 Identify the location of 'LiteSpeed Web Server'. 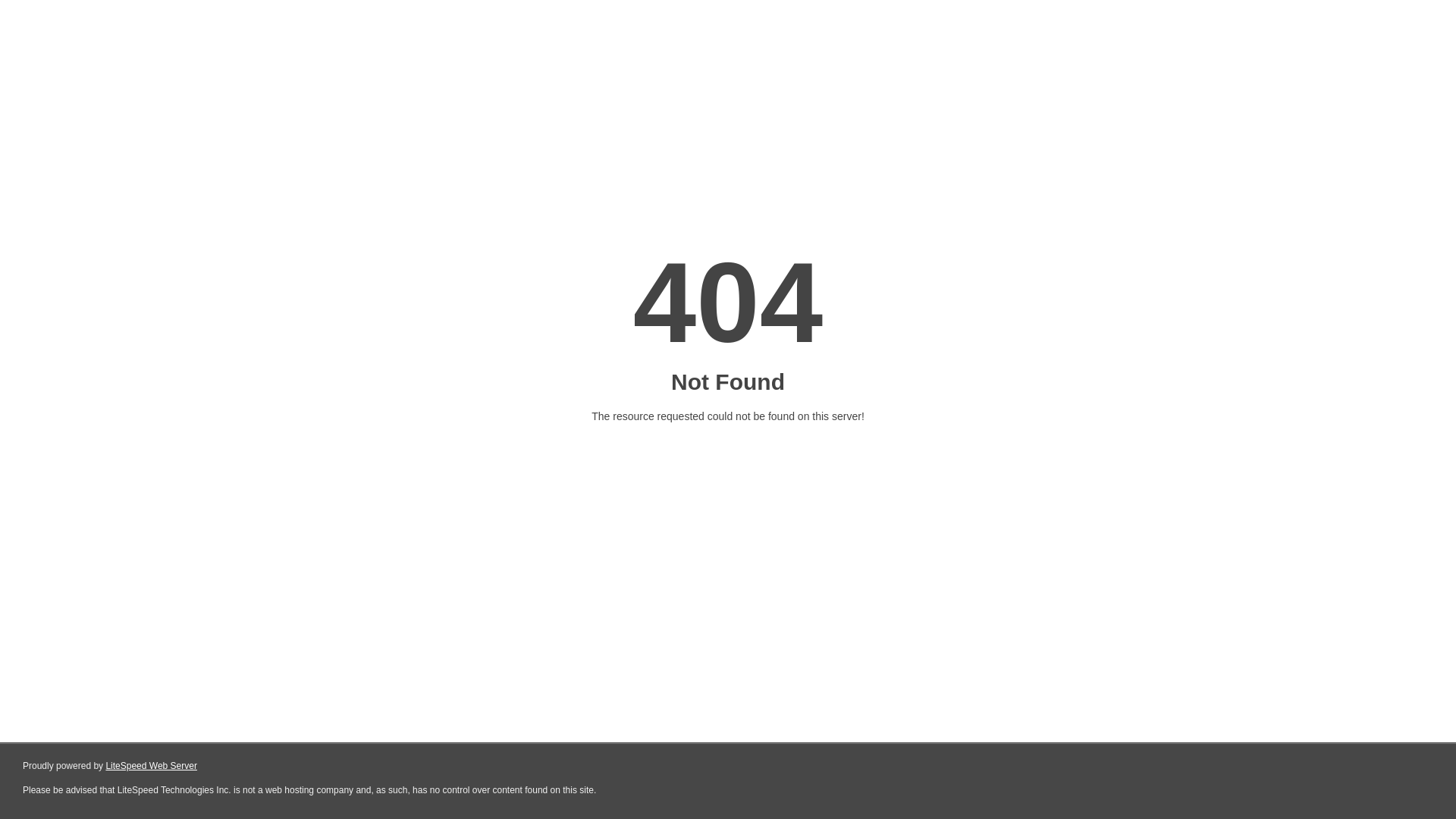
(151, 766).